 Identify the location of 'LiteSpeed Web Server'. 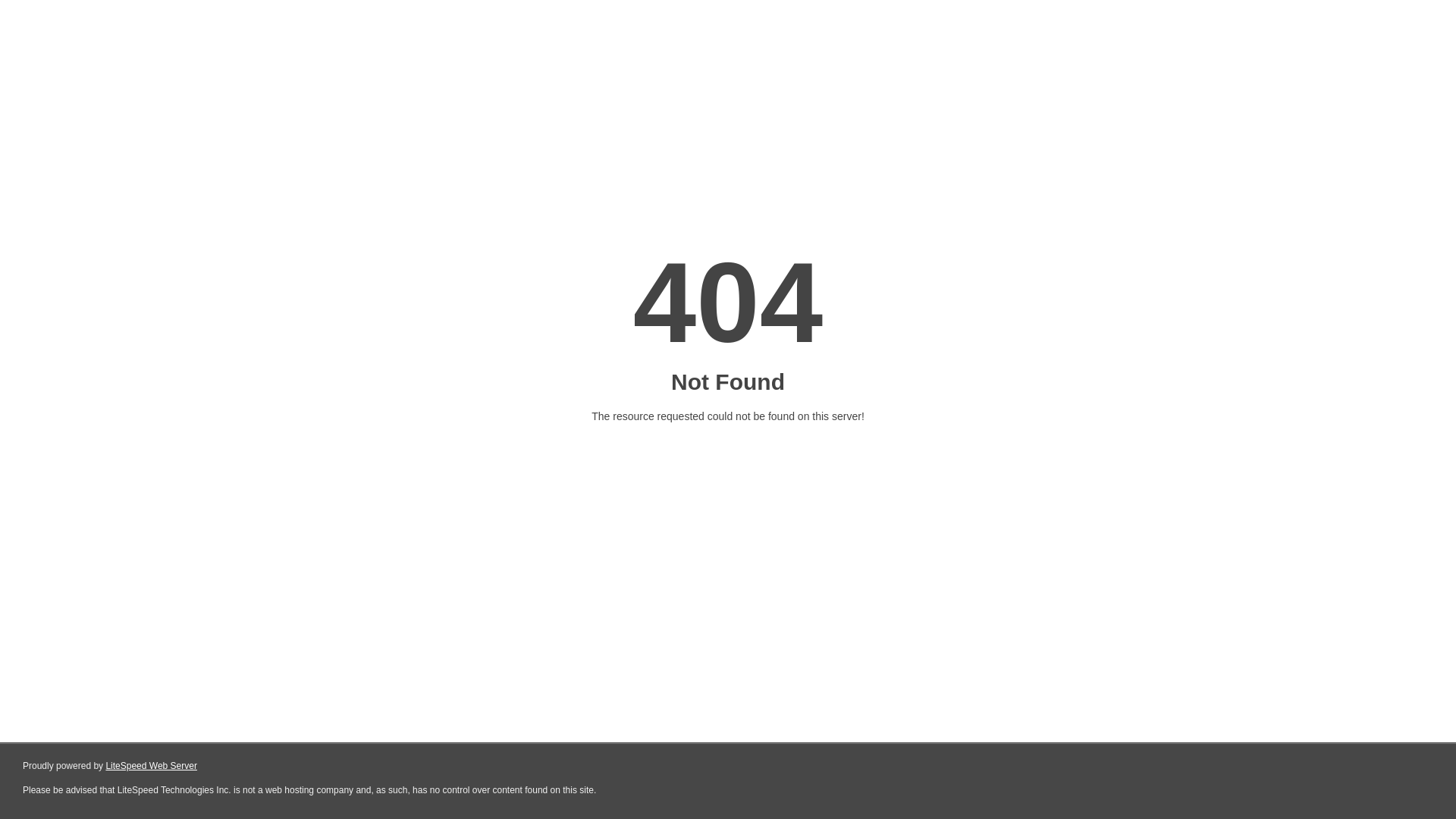
(151, 766).